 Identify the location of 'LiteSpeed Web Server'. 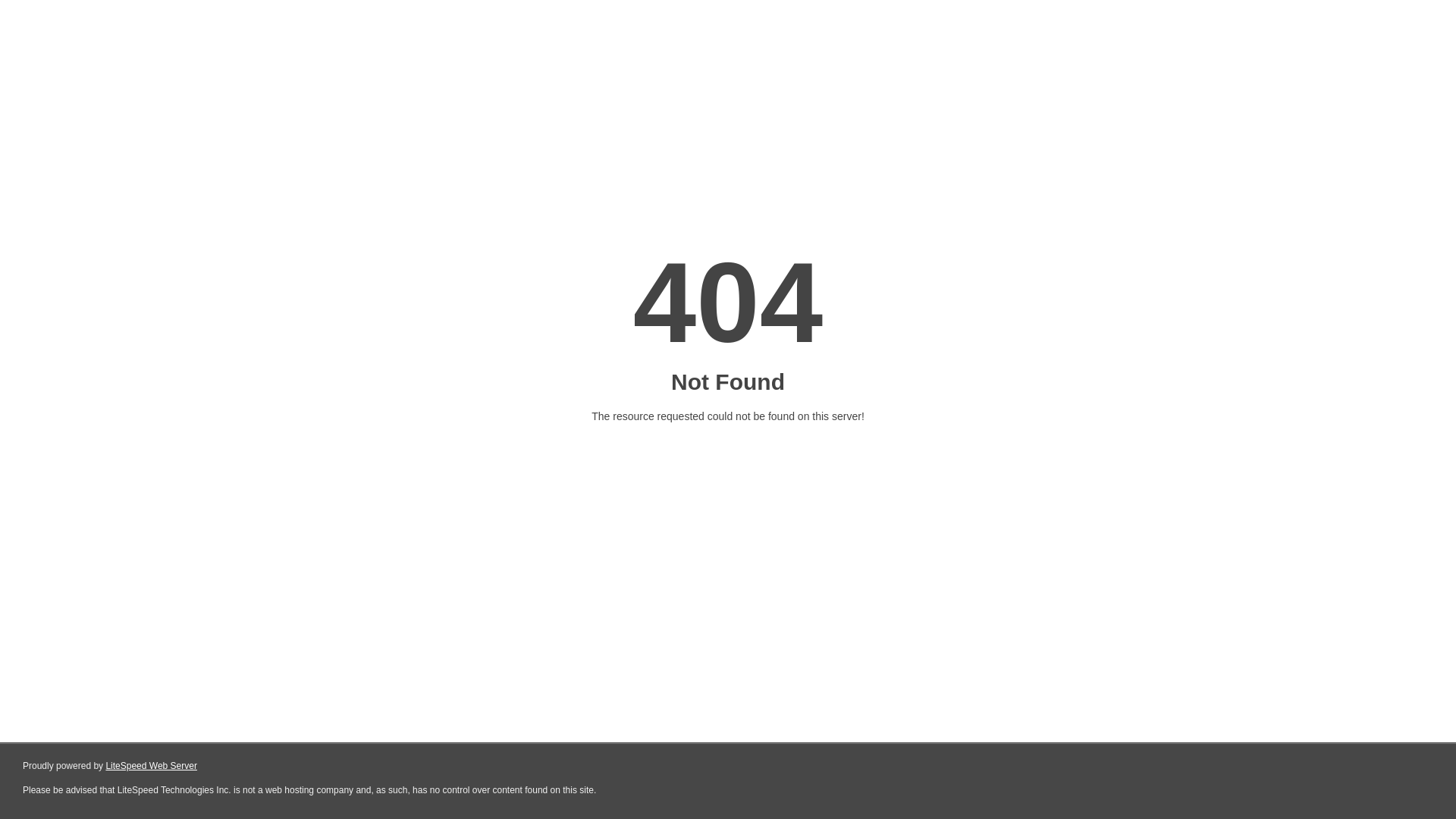
(151, 766).